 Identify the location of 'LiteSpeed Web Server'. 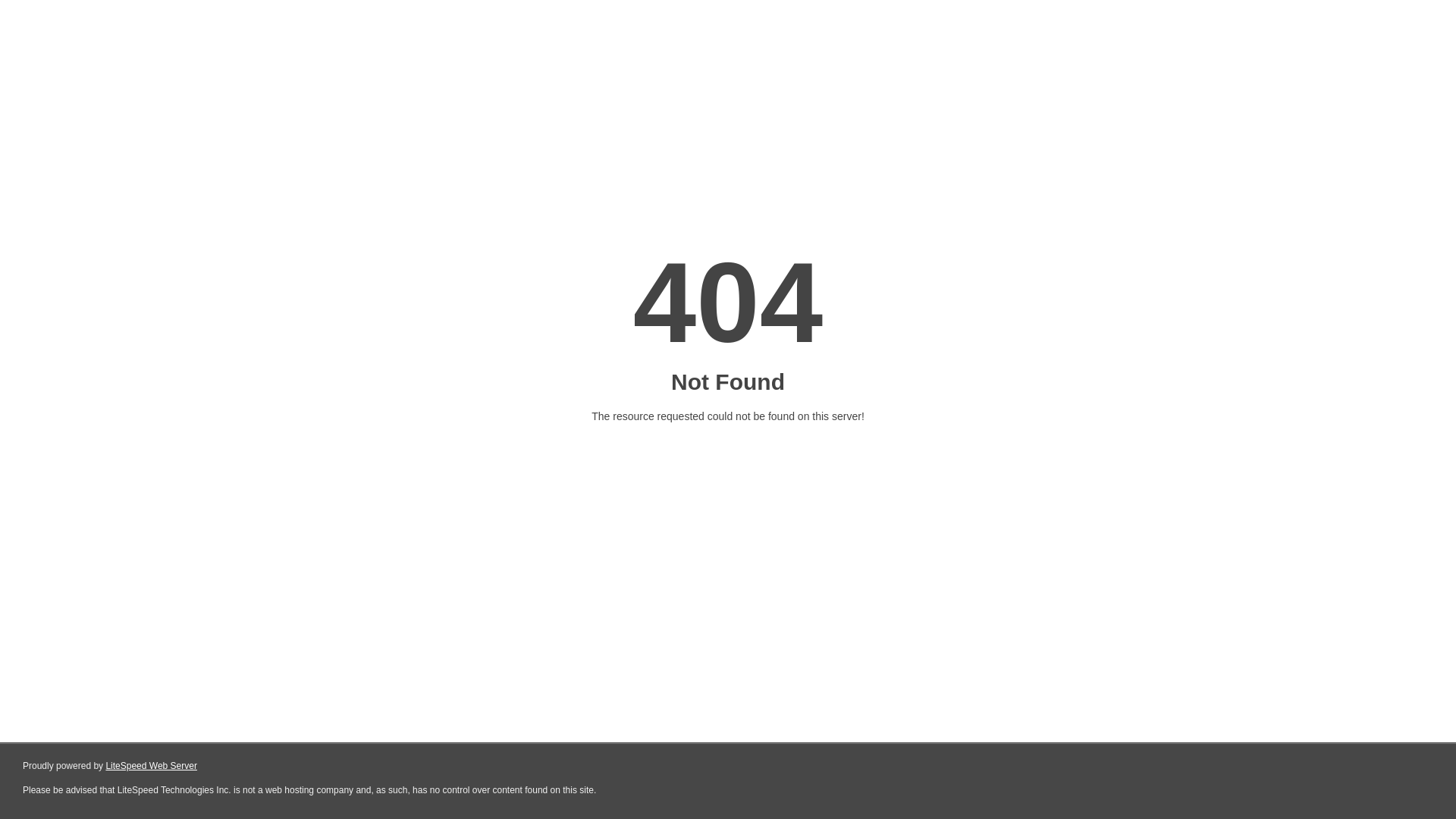
(151, 766).